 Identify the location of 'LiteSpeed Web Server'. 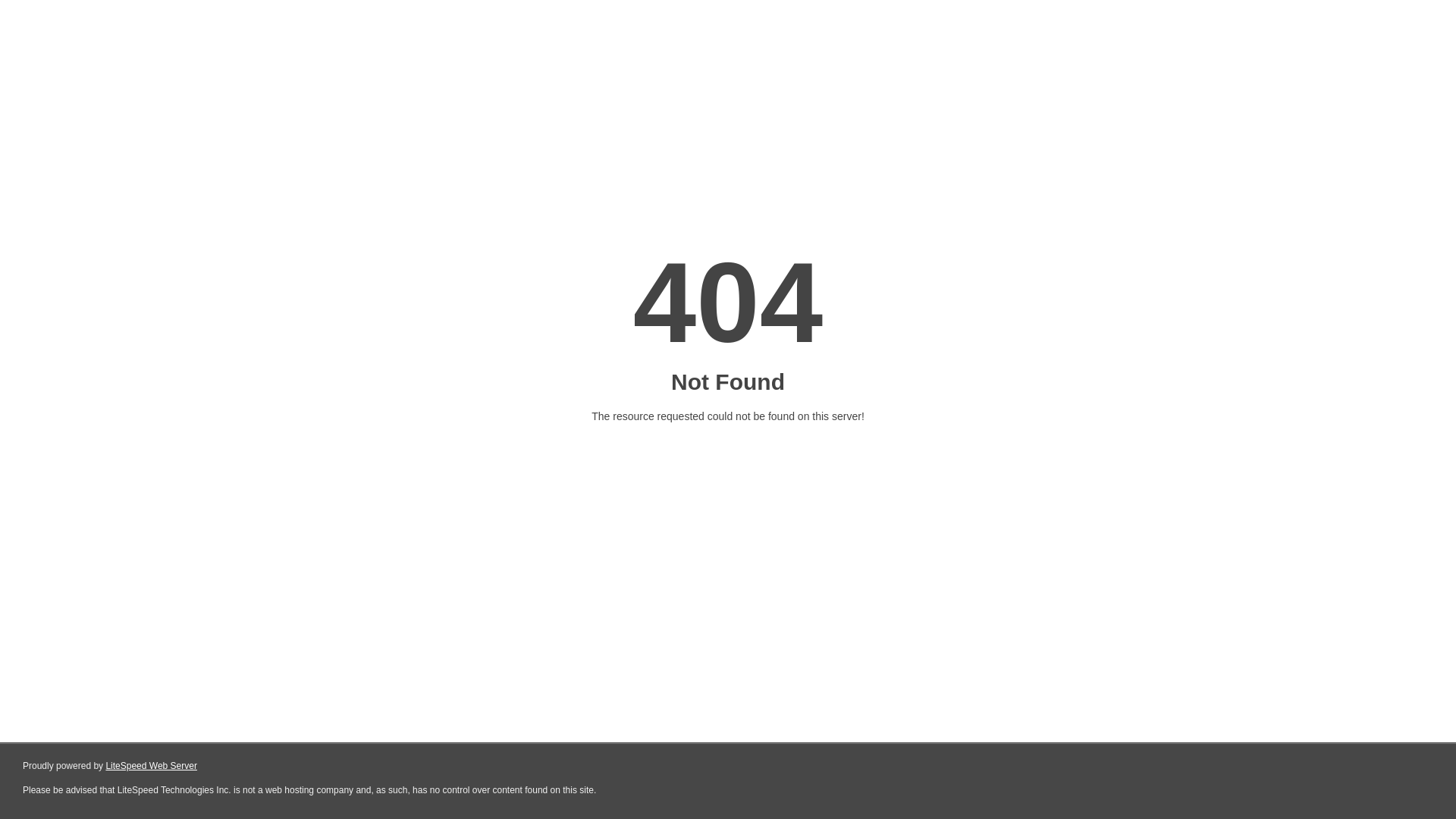
(151, 766).